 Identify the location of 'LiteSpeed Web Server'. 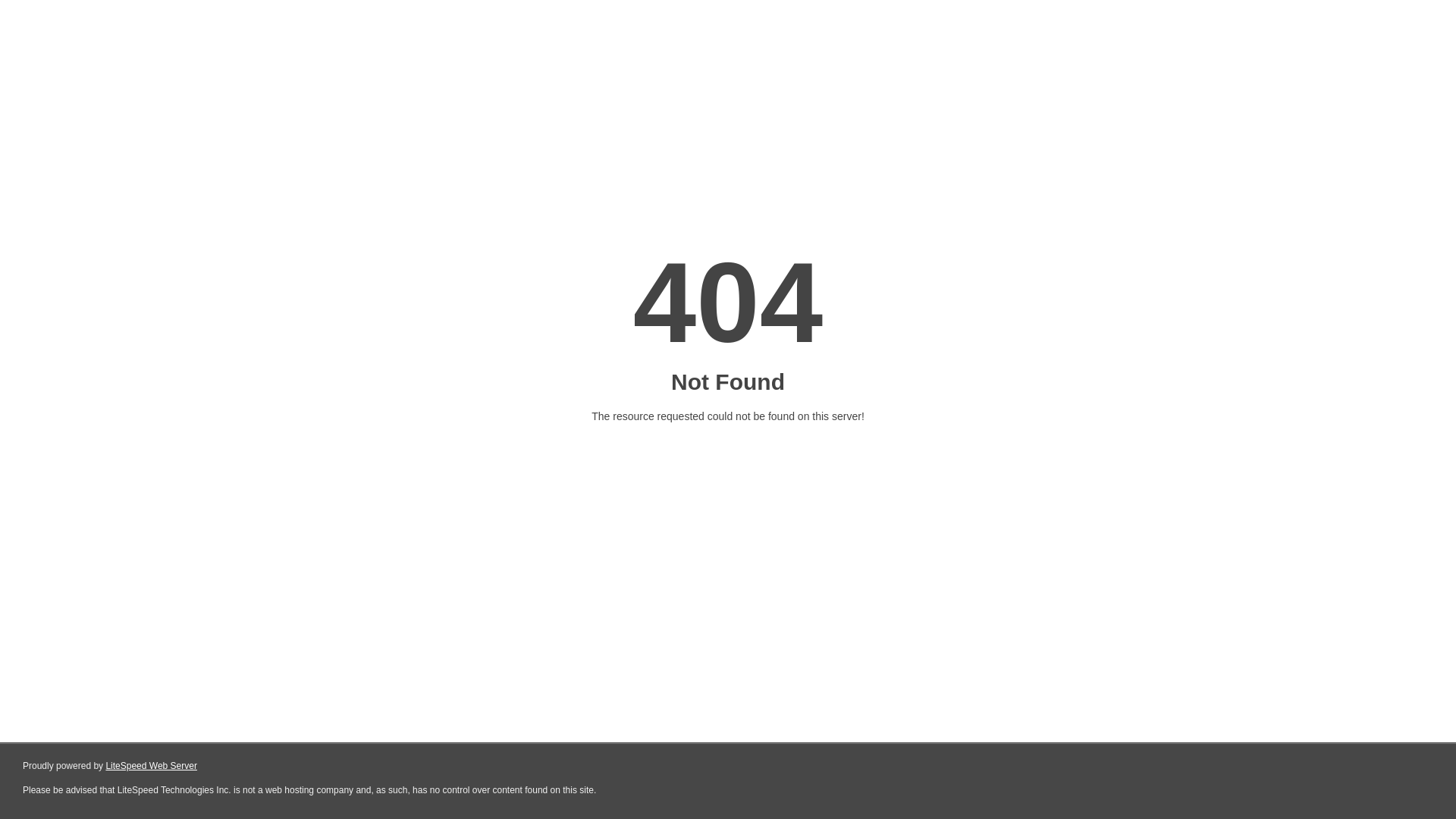
(151, 766).